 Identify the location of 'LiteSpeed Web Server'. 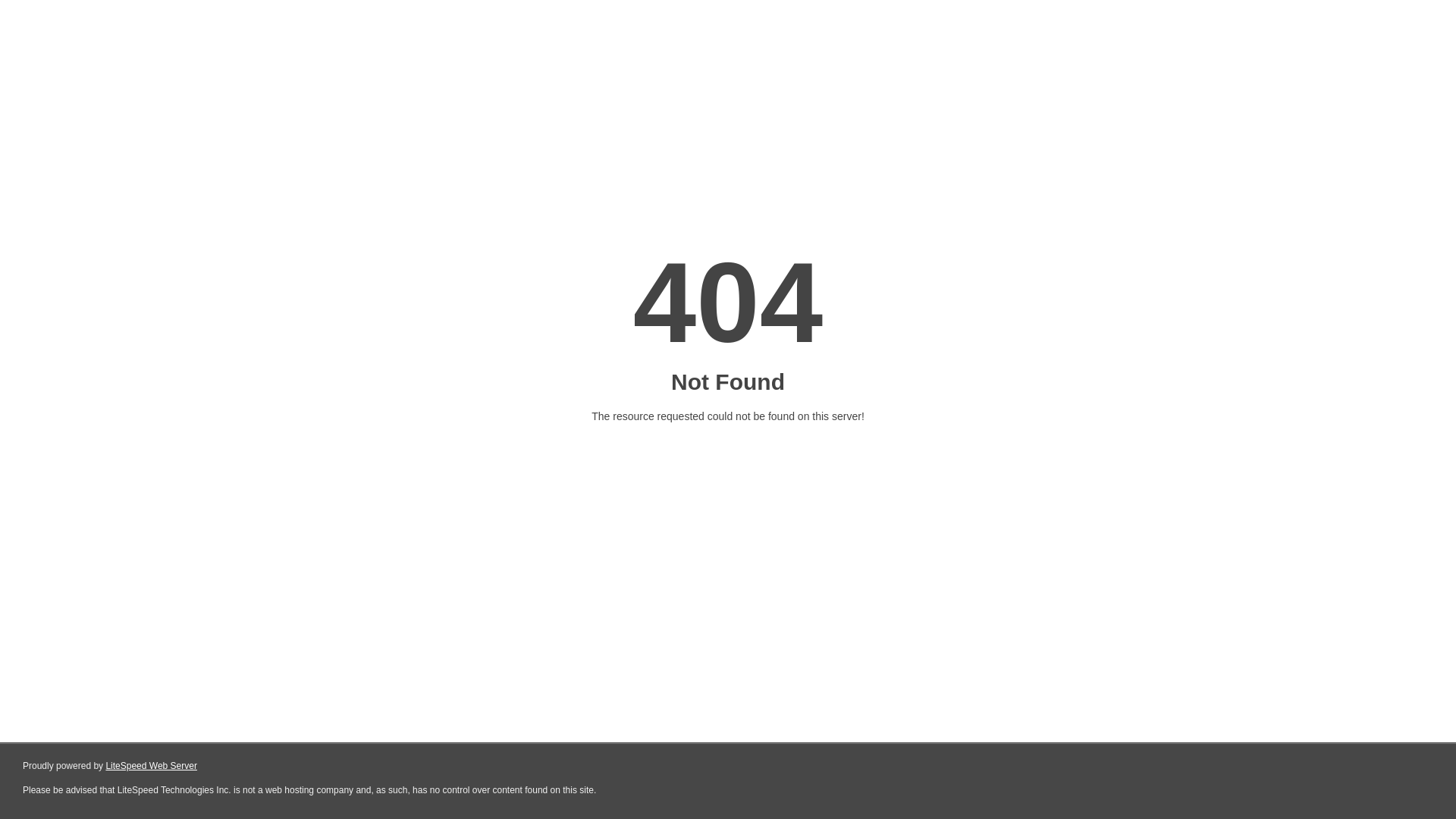
(151, 766).